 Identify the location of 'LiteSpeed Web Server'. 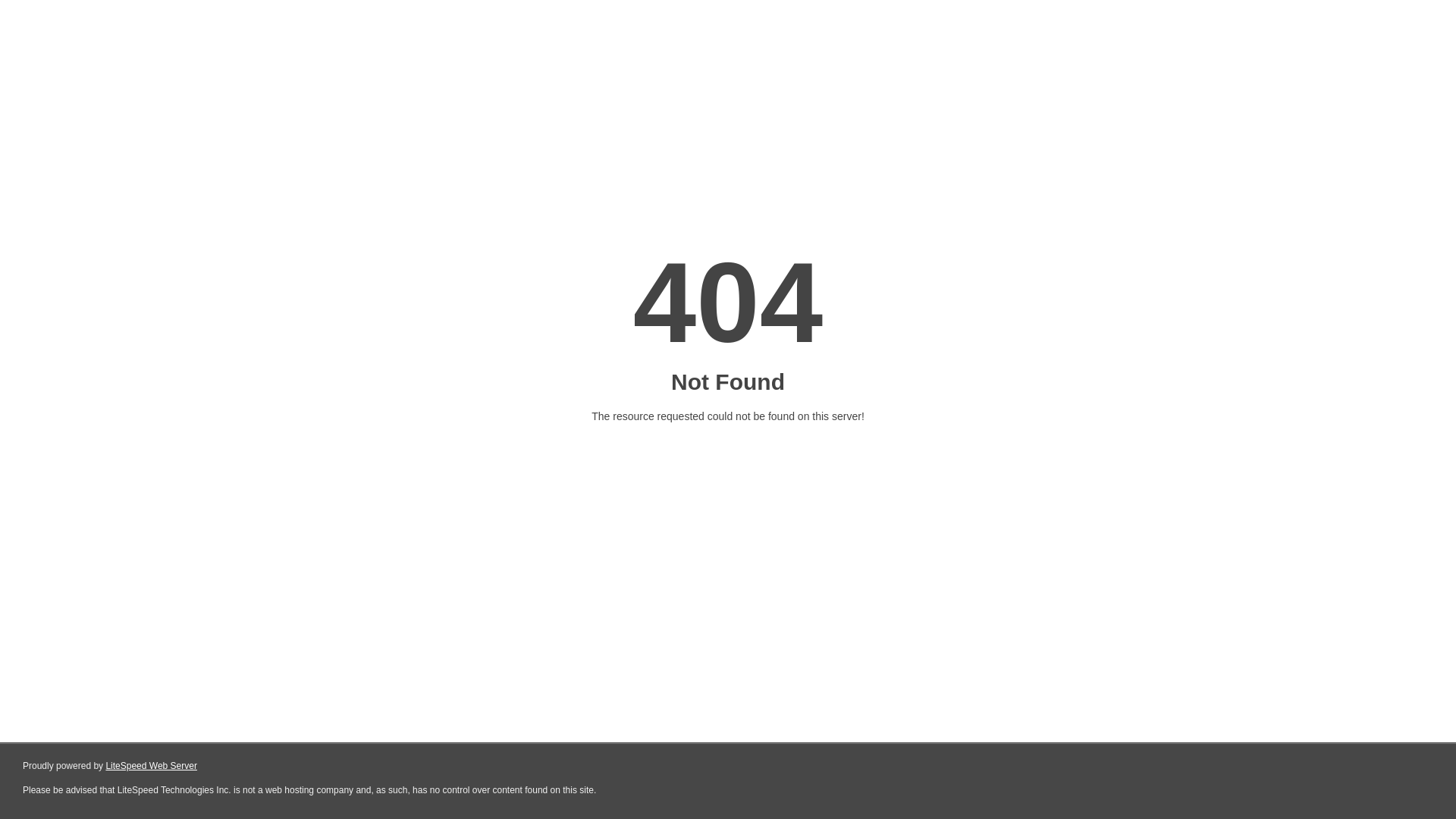
(151, 766).